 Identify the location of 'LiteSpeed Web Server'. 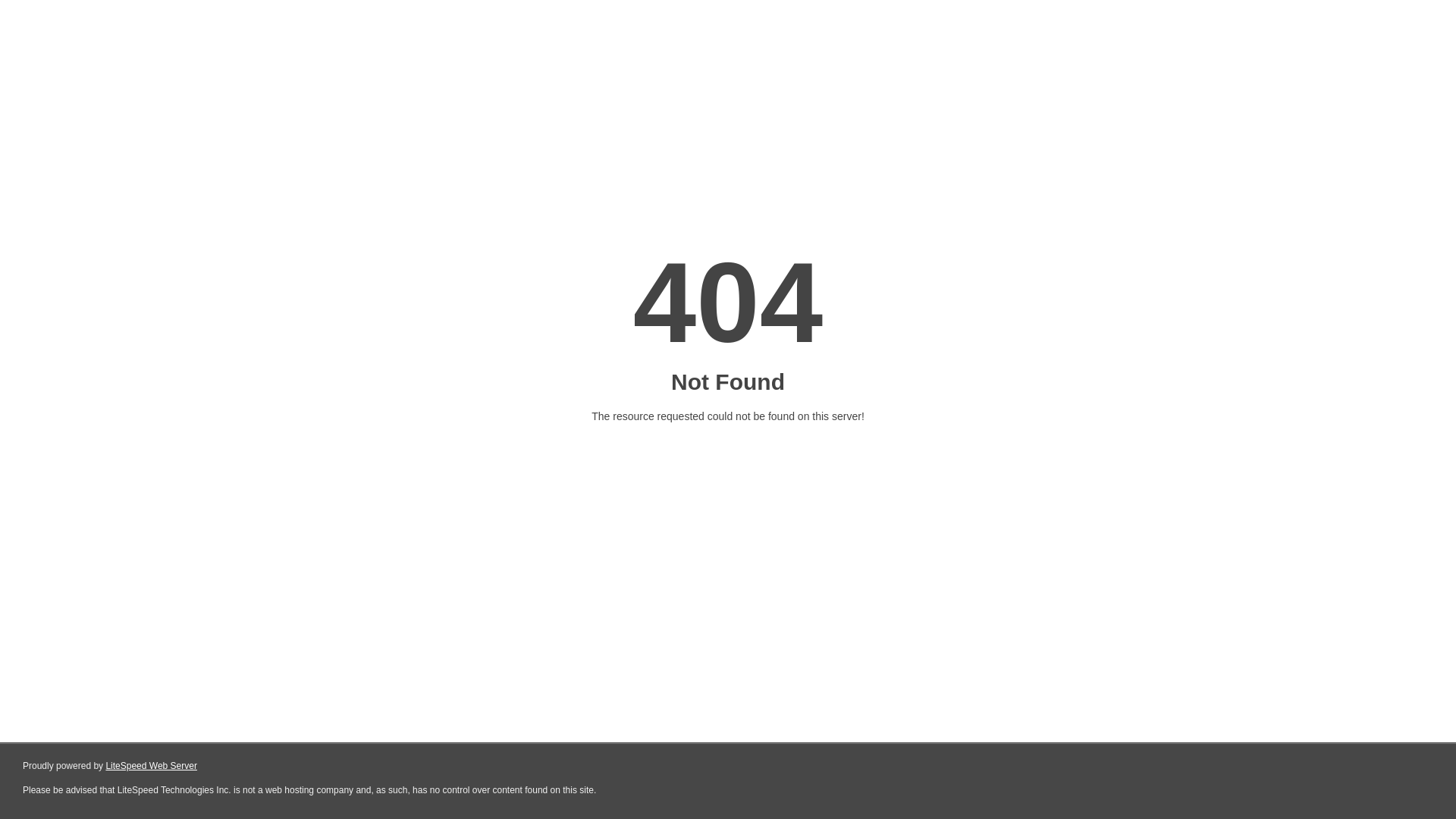
(151, 766).